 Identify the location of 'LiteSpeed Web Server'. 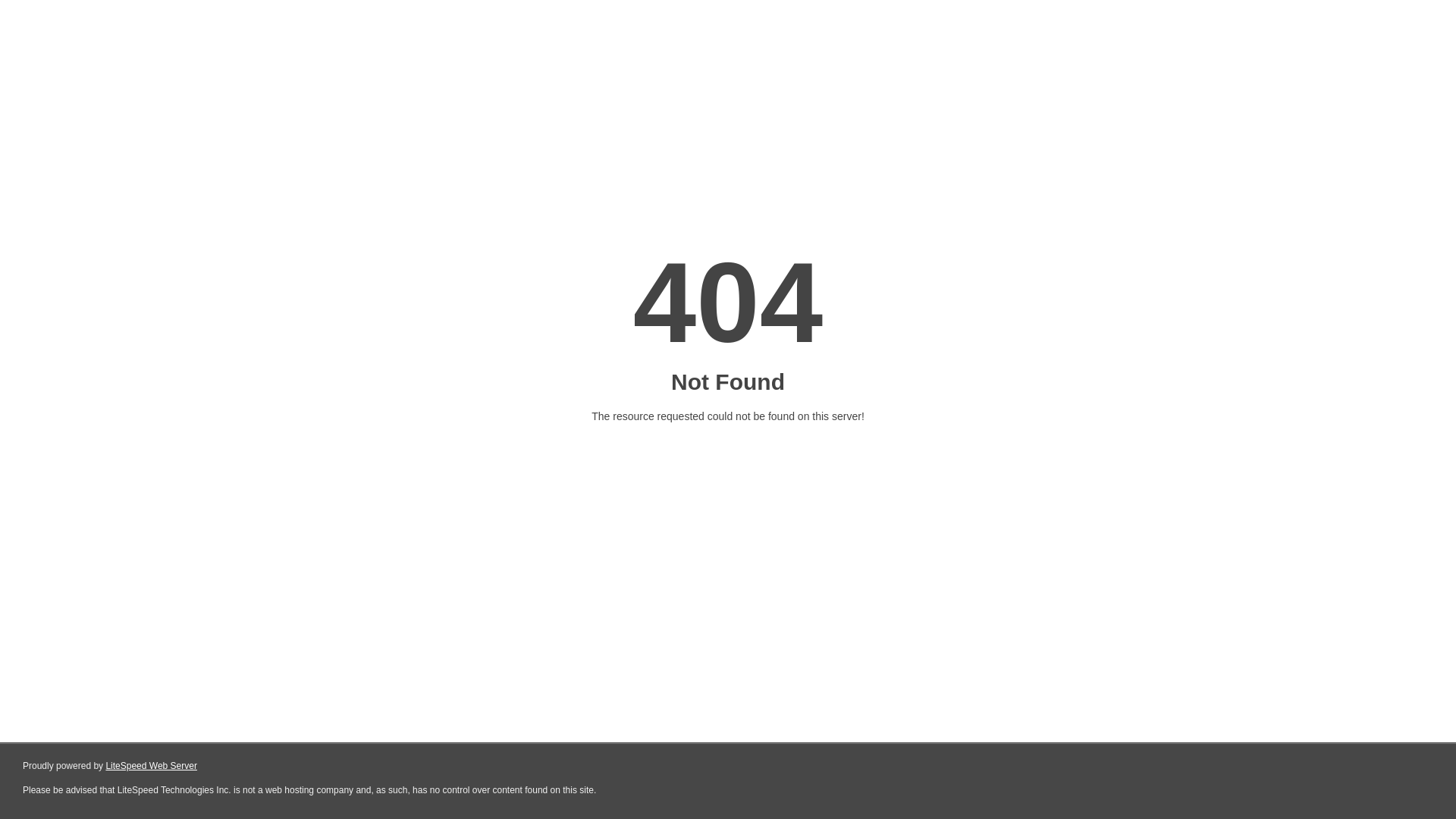
(151, 766).